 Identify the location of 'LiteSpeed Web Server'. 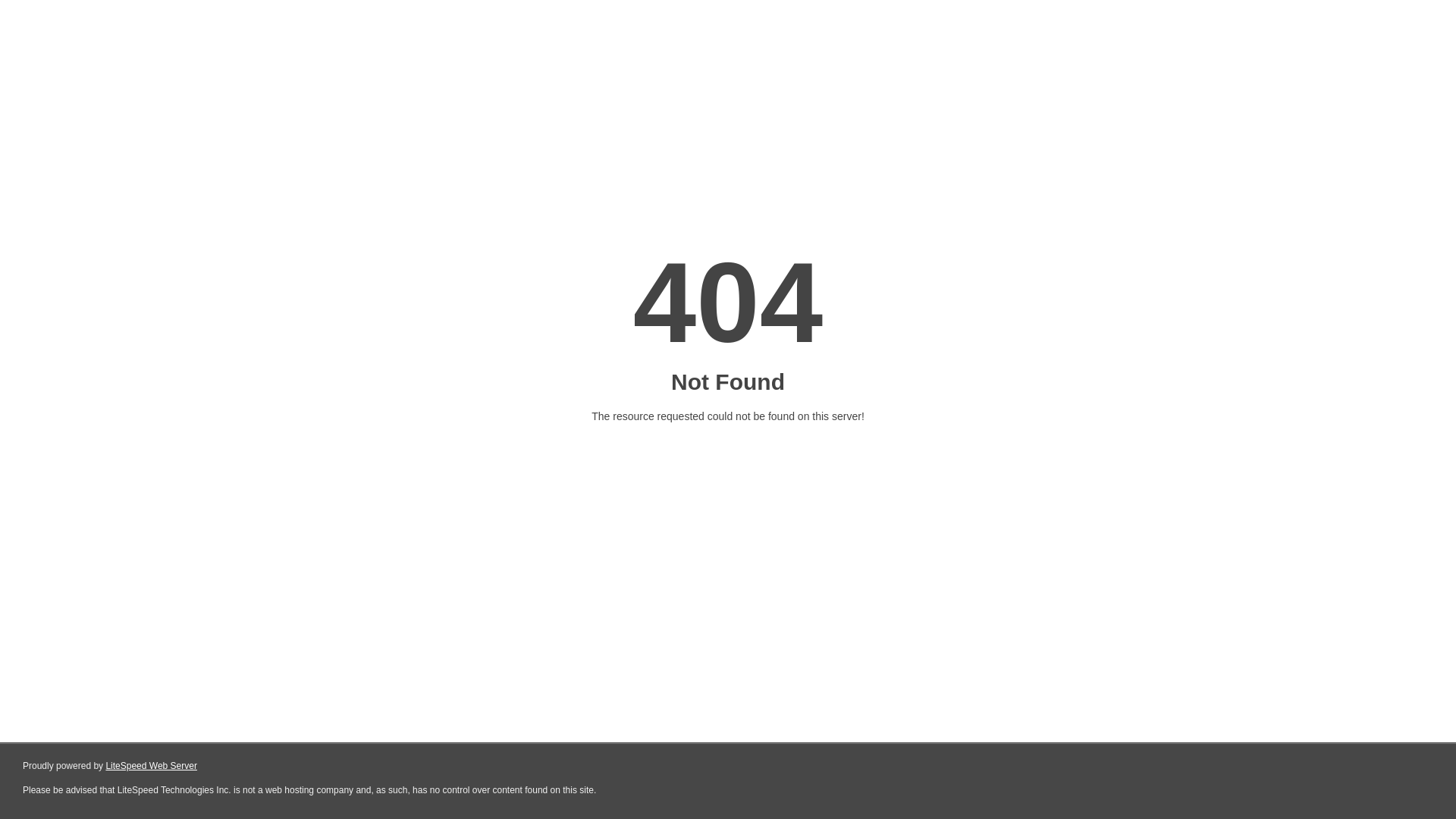
(151, 766).